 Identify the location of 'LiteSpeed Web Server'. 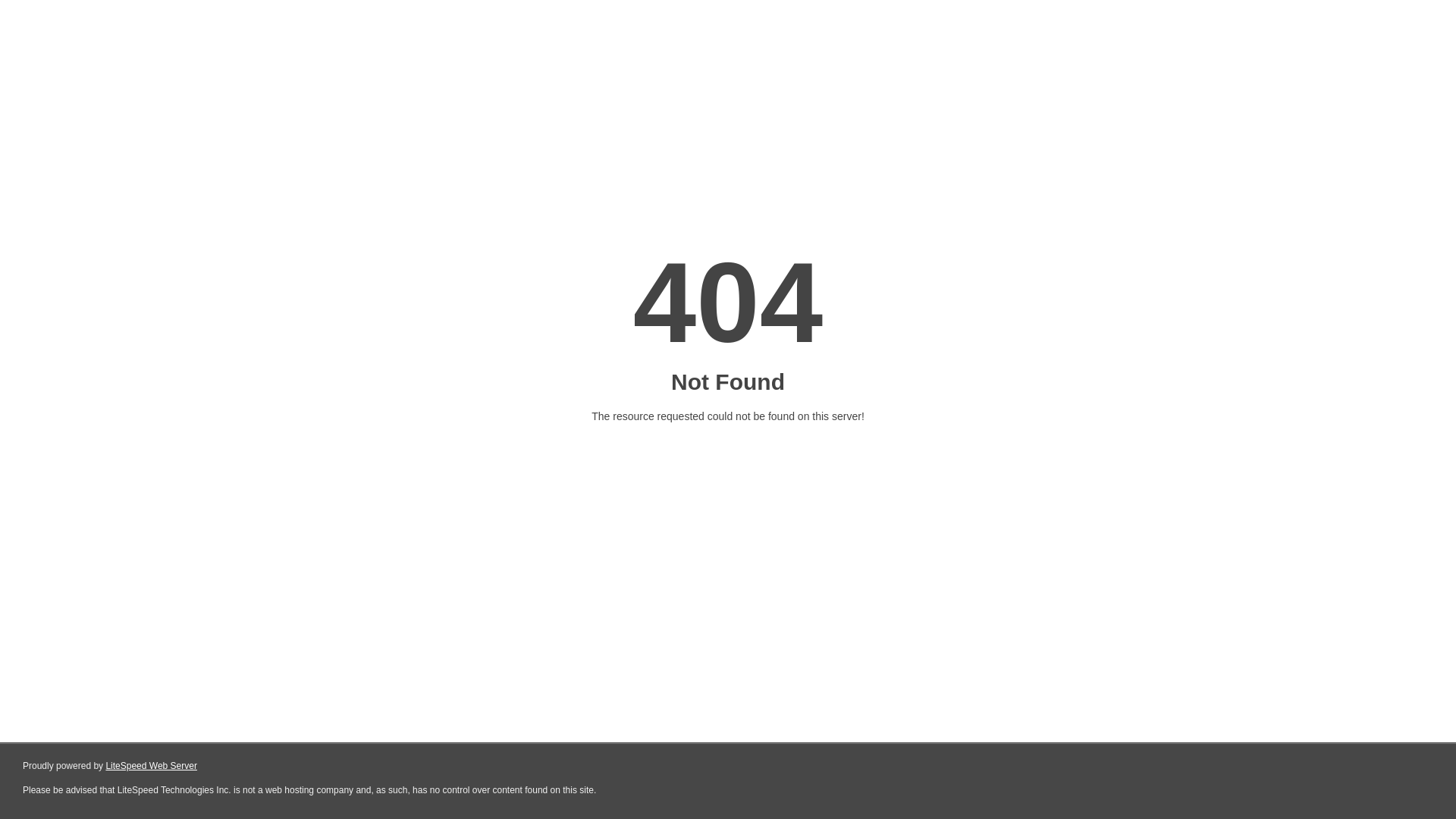
(151, 766).